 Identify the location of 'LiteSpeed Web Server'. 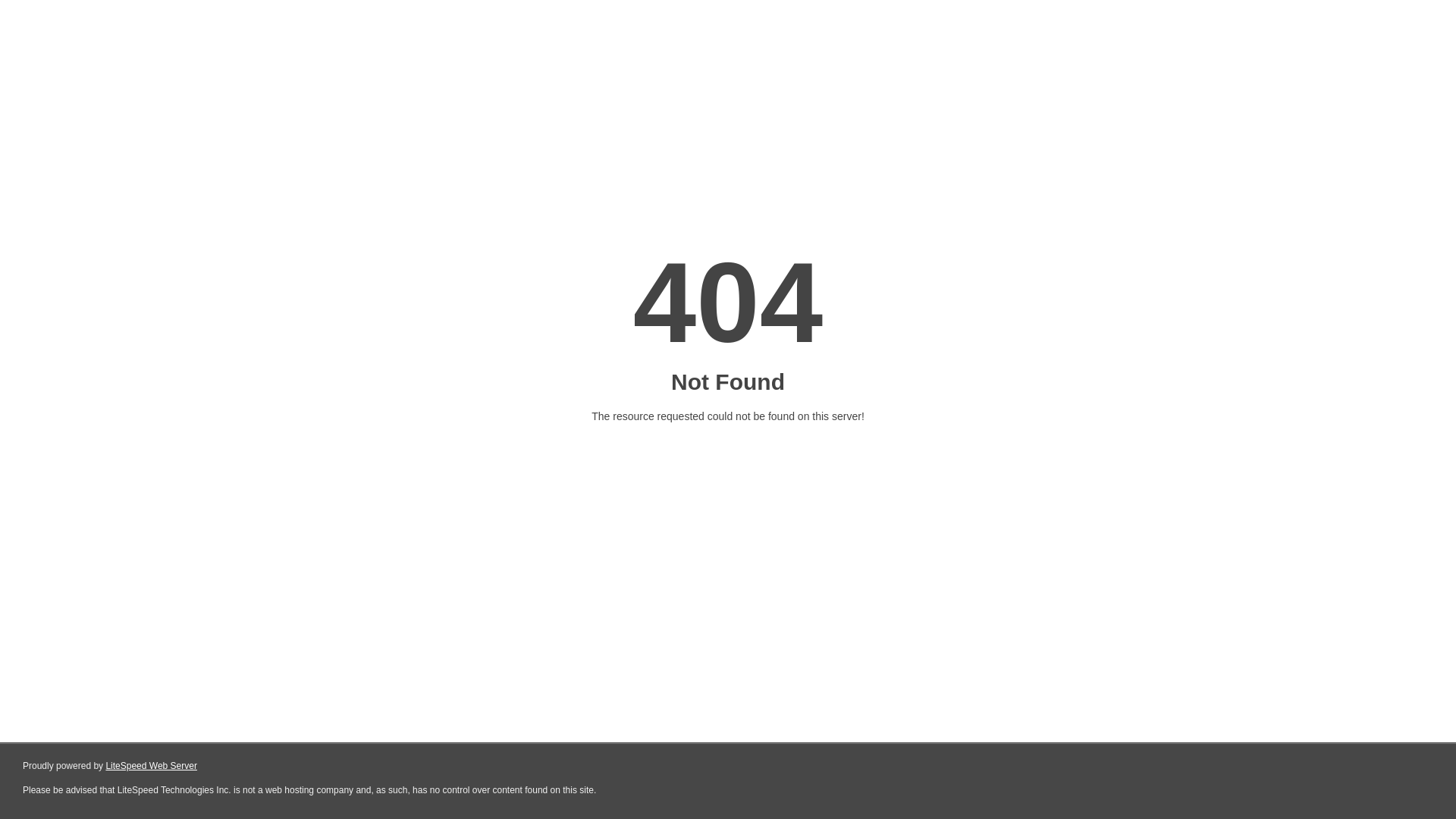
(151, 766).